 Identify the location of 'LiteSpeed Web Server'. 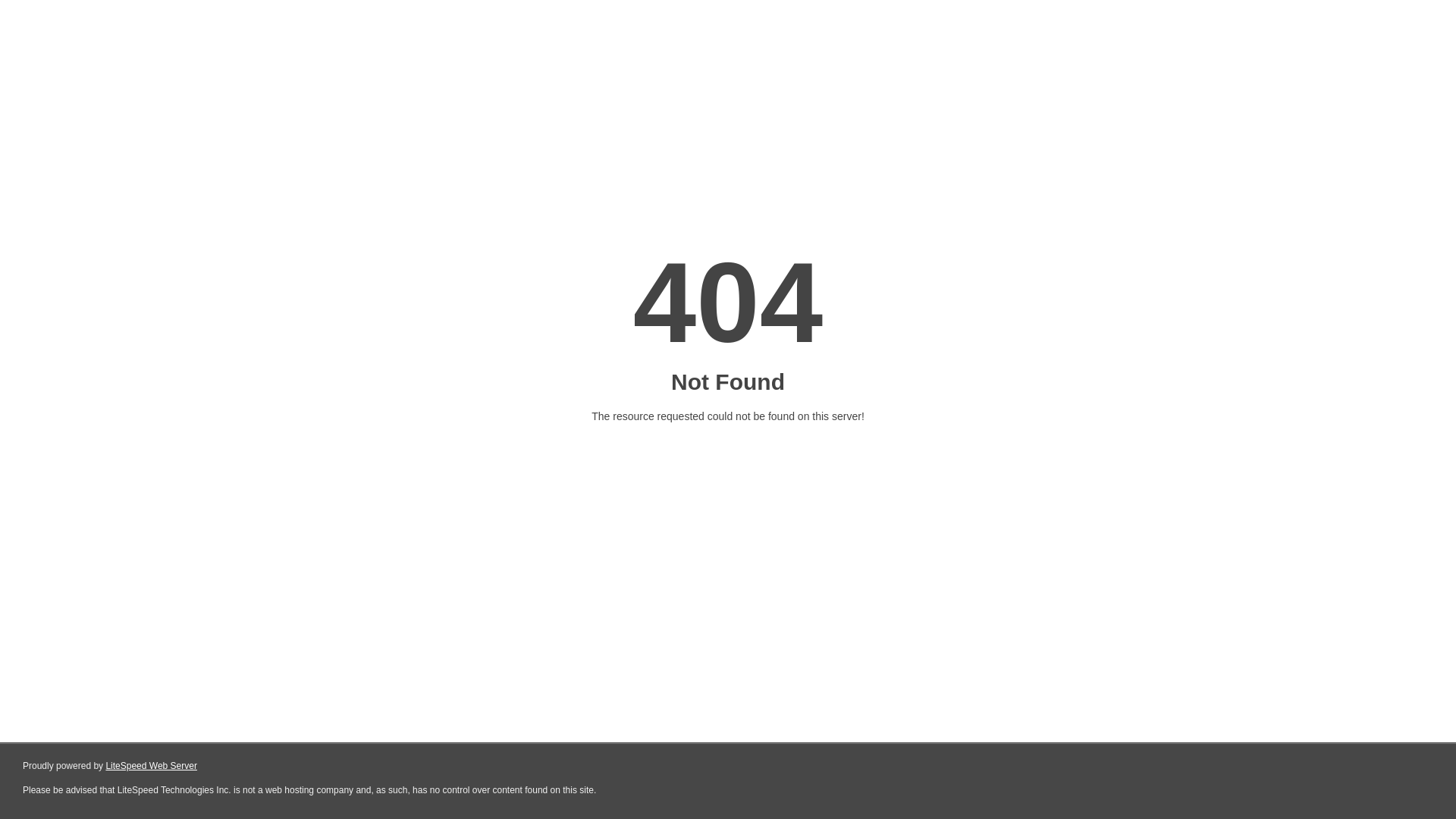
(151, 766).